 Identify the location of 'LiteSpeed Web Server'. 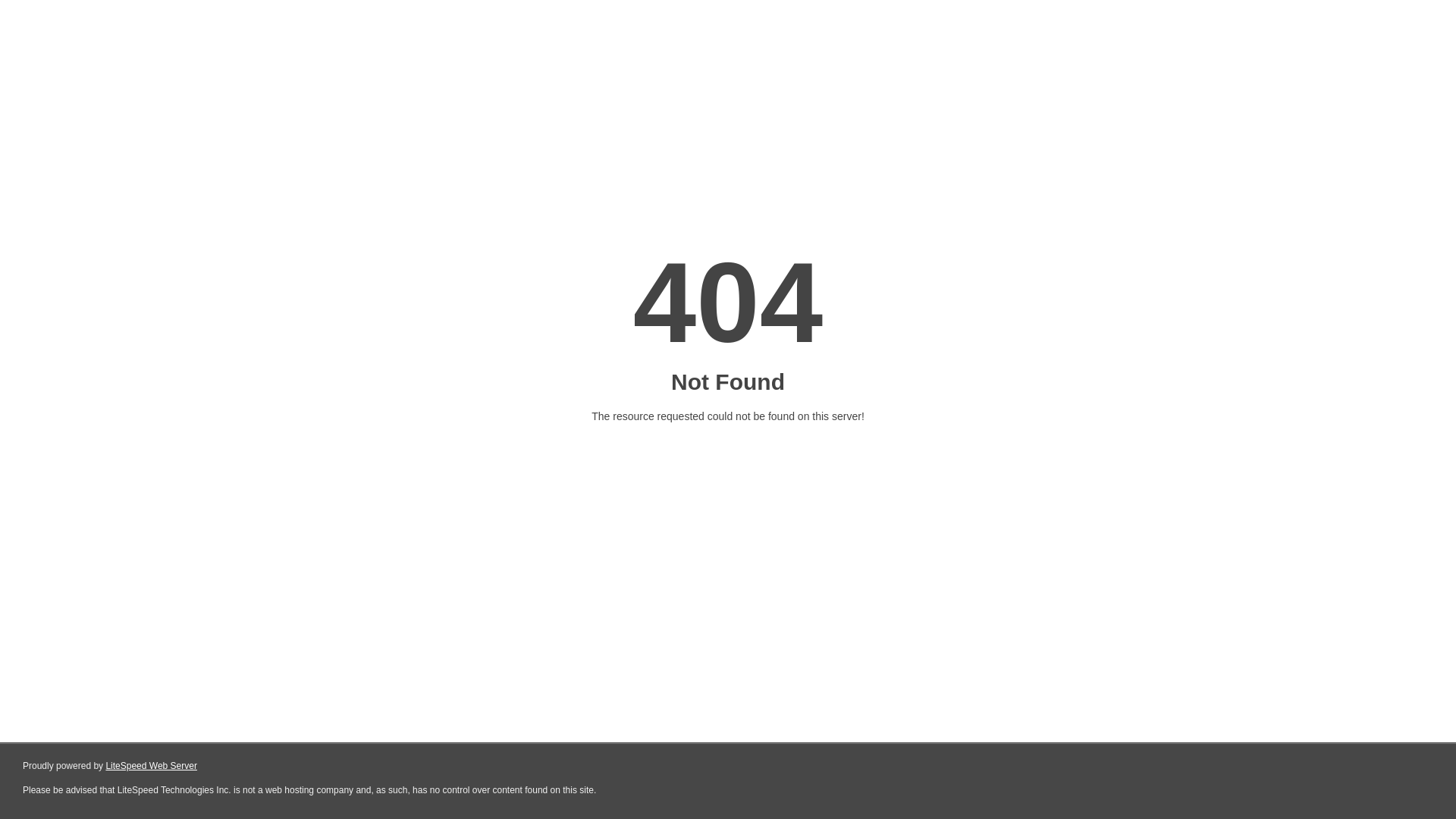
(151, 766).